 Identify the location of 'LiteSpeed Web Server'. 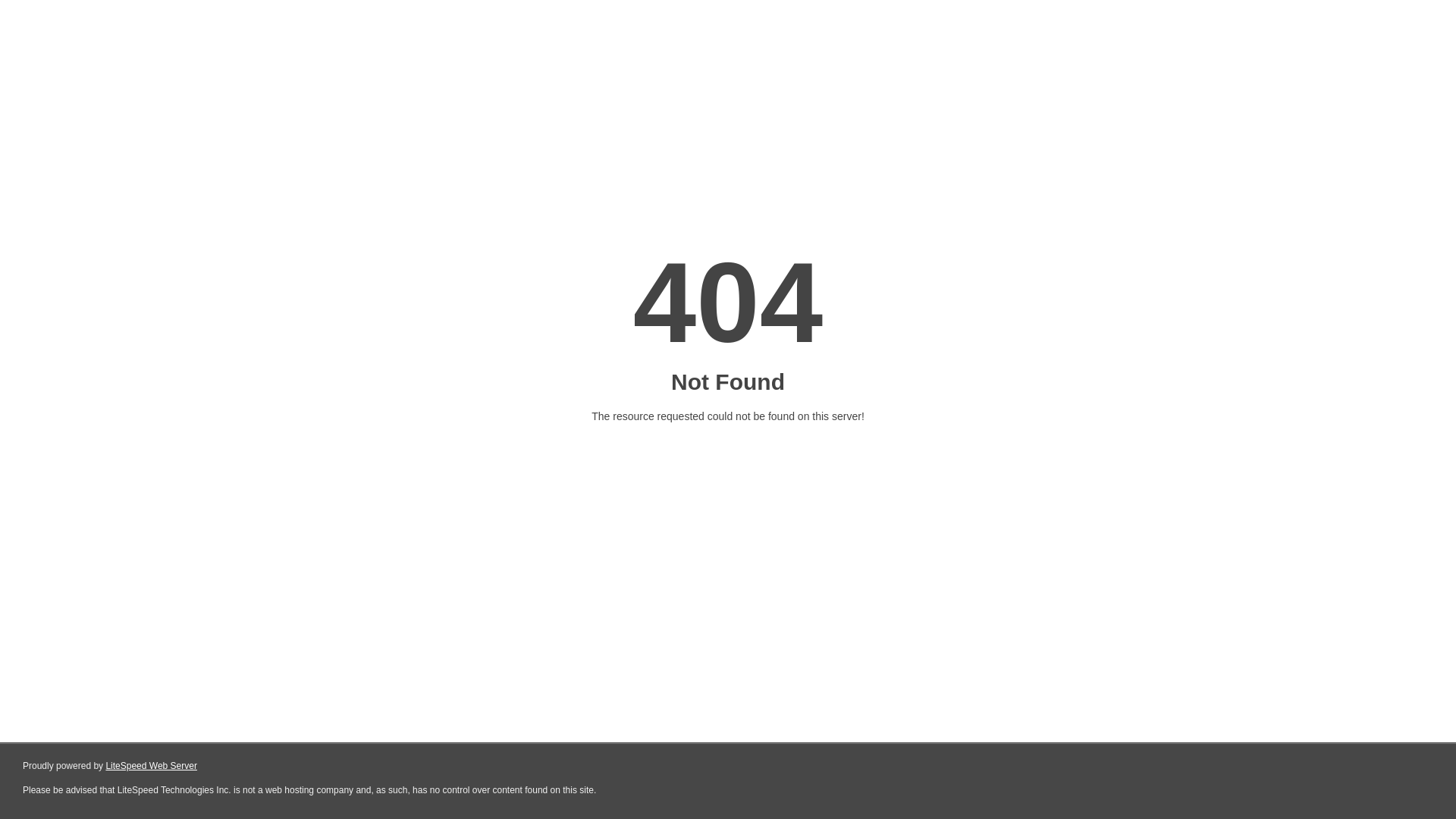
(151, 766).